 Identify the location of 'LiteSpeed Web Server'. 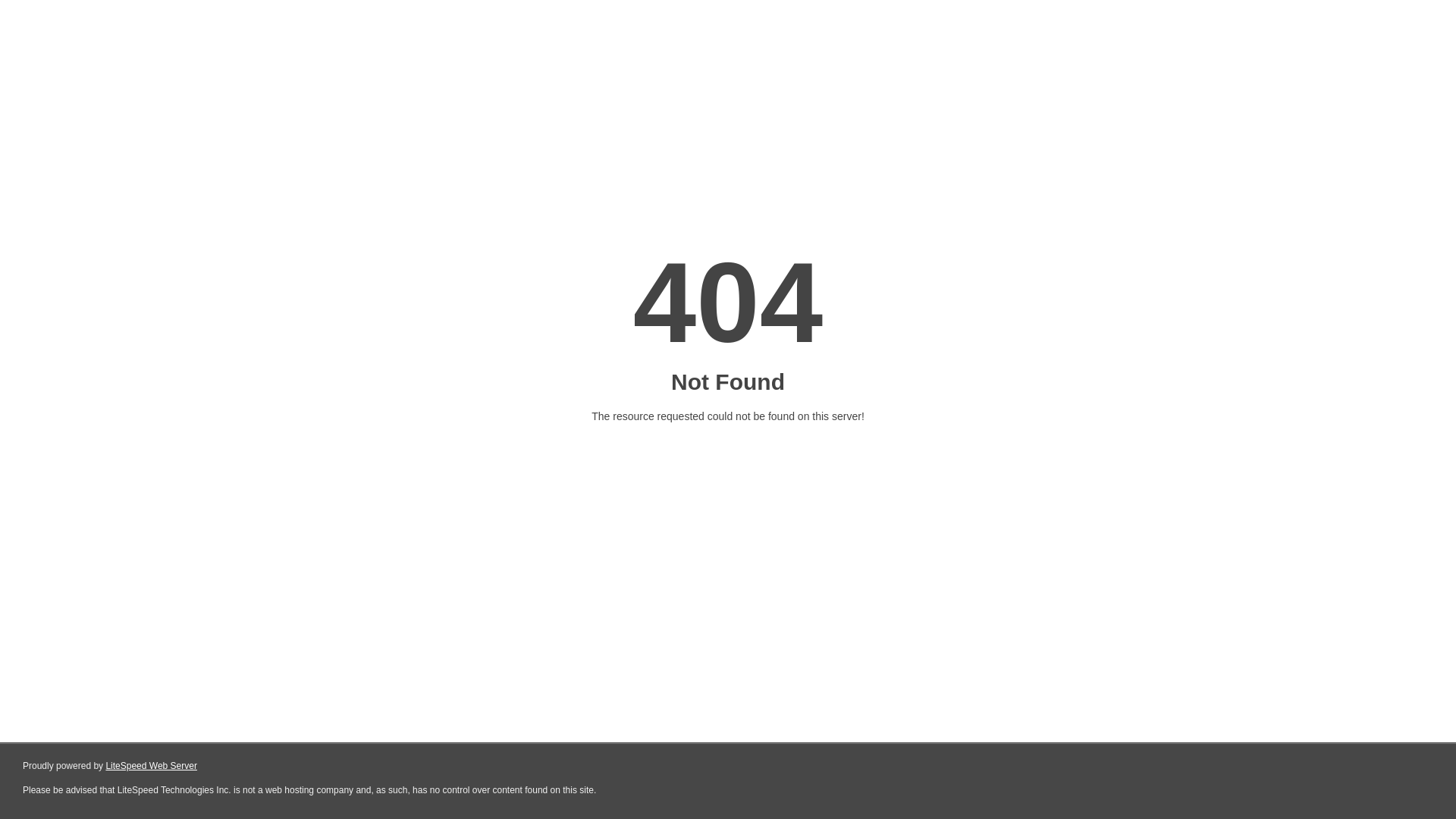
(151, 766).